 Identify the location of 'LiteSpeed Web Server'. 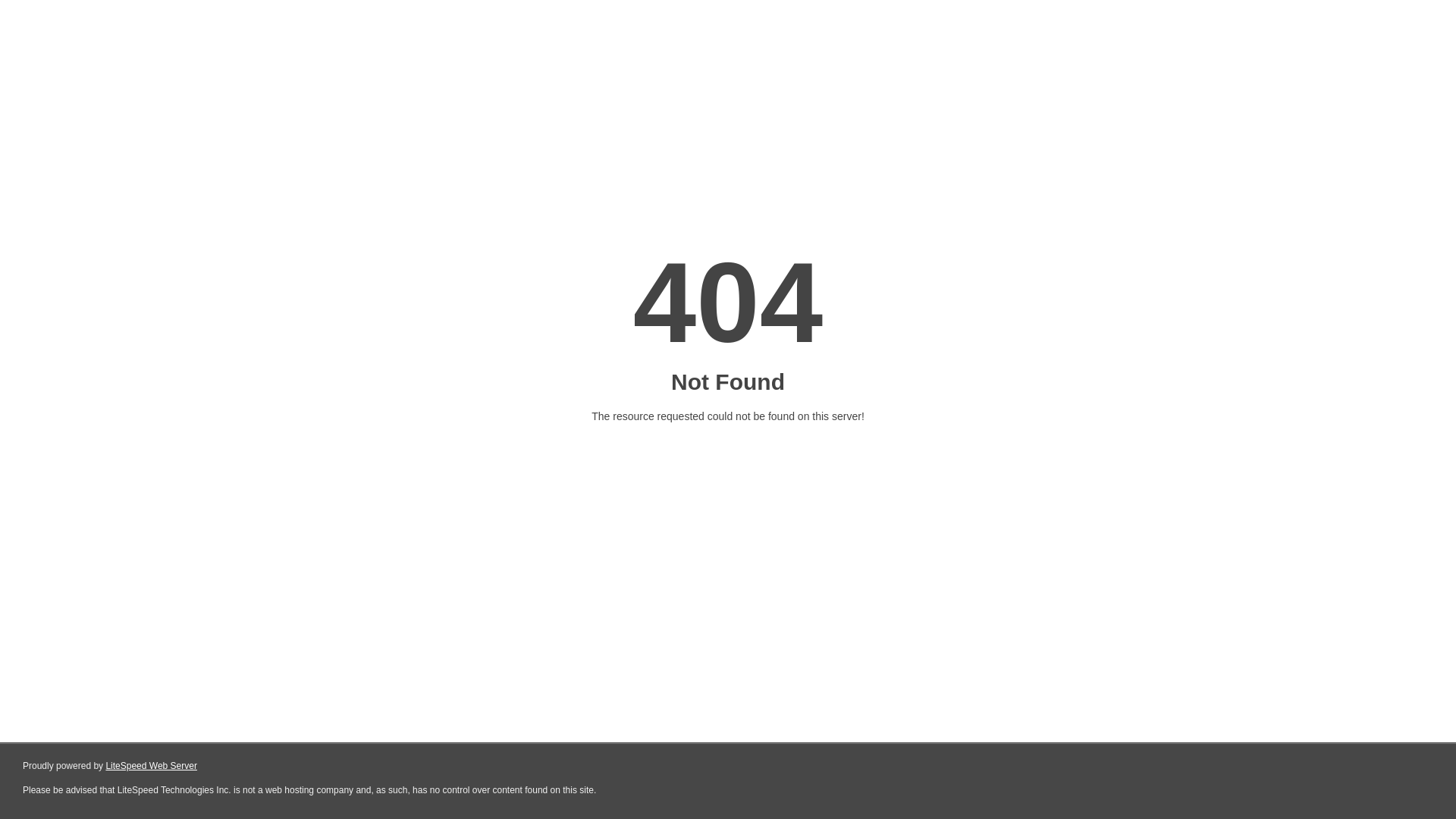
(151, 766).